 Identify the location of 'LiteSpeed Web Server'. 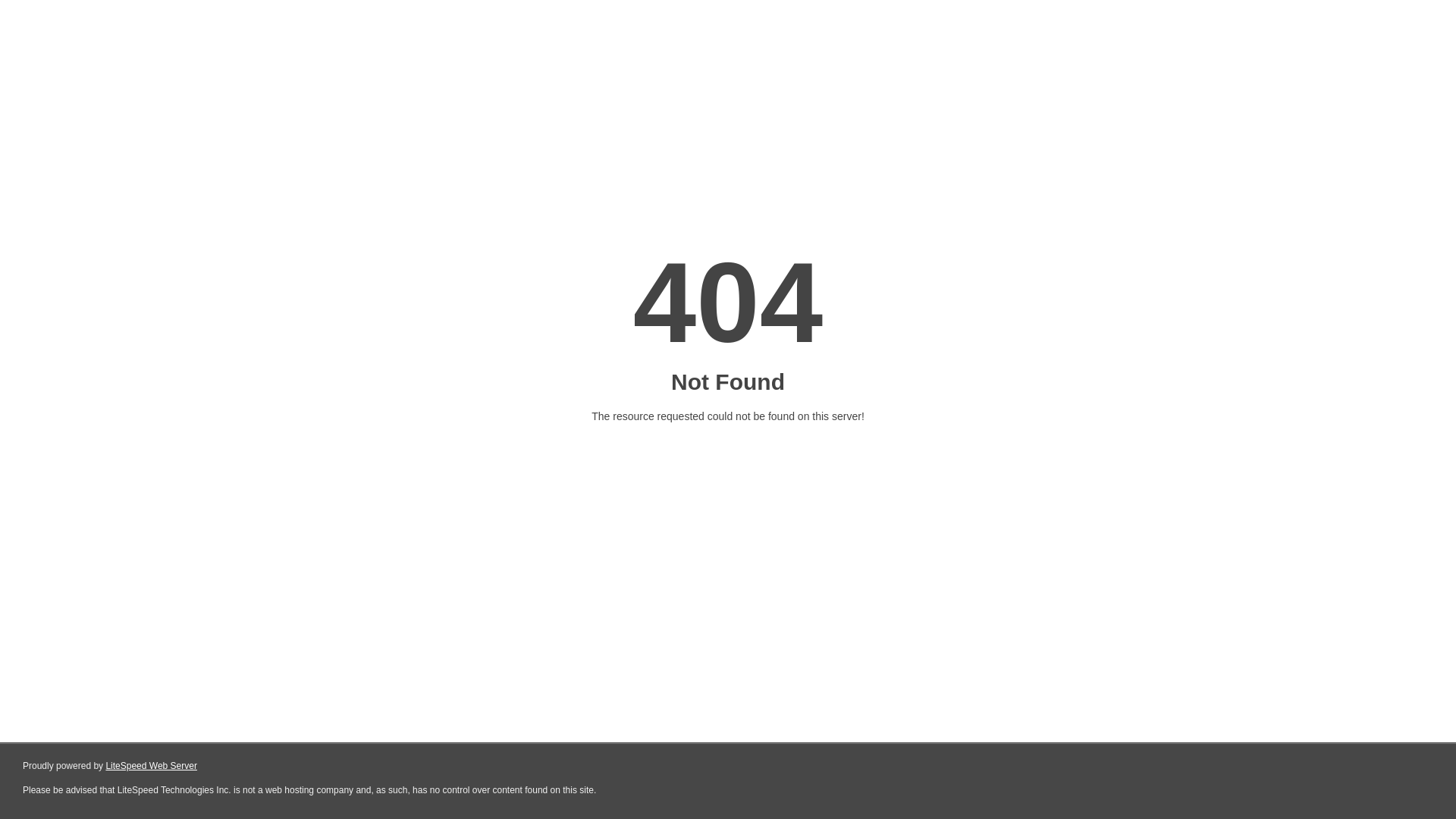
(151, 766).